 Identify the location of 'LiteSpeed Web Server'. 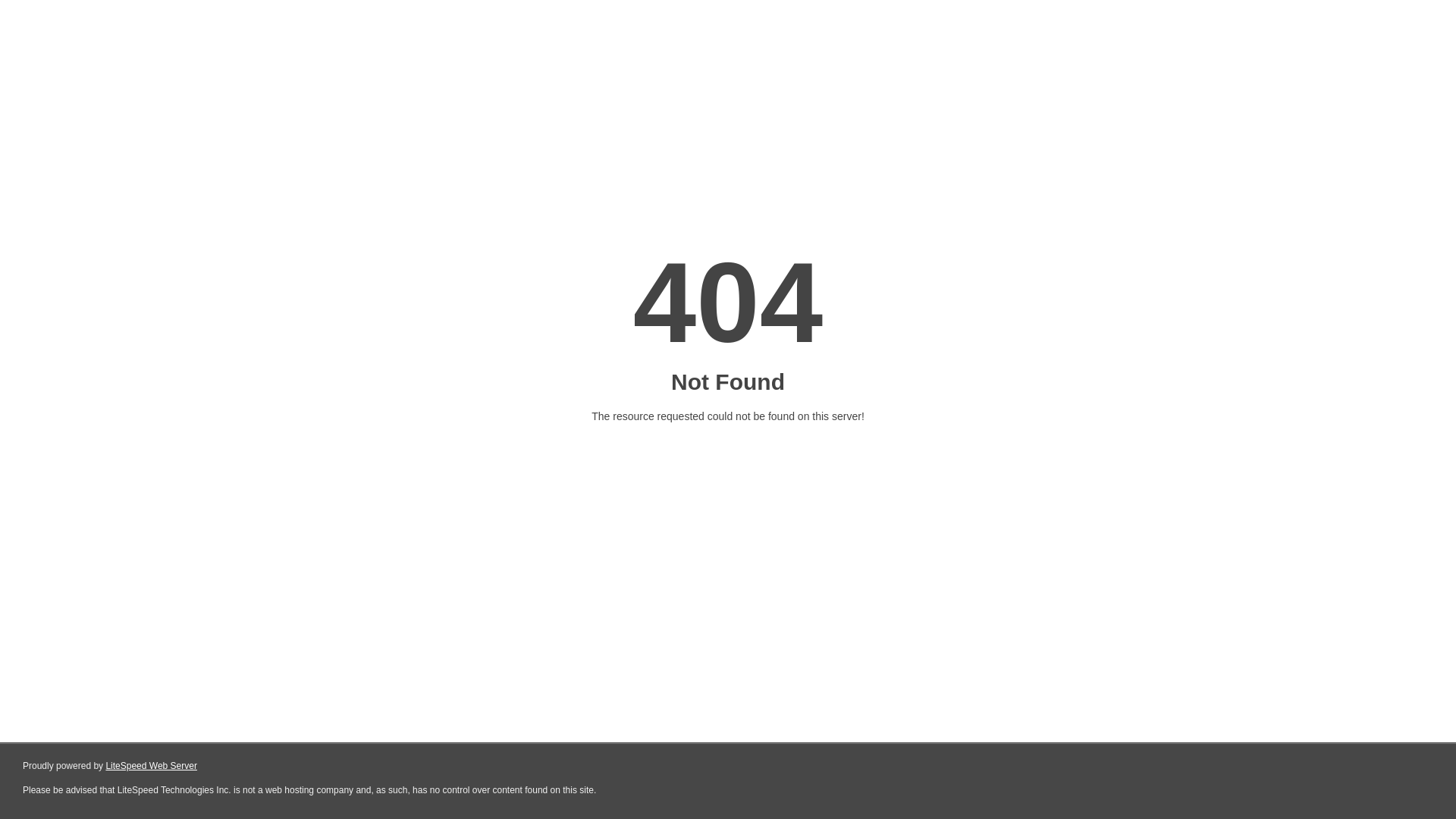
(151, 766).